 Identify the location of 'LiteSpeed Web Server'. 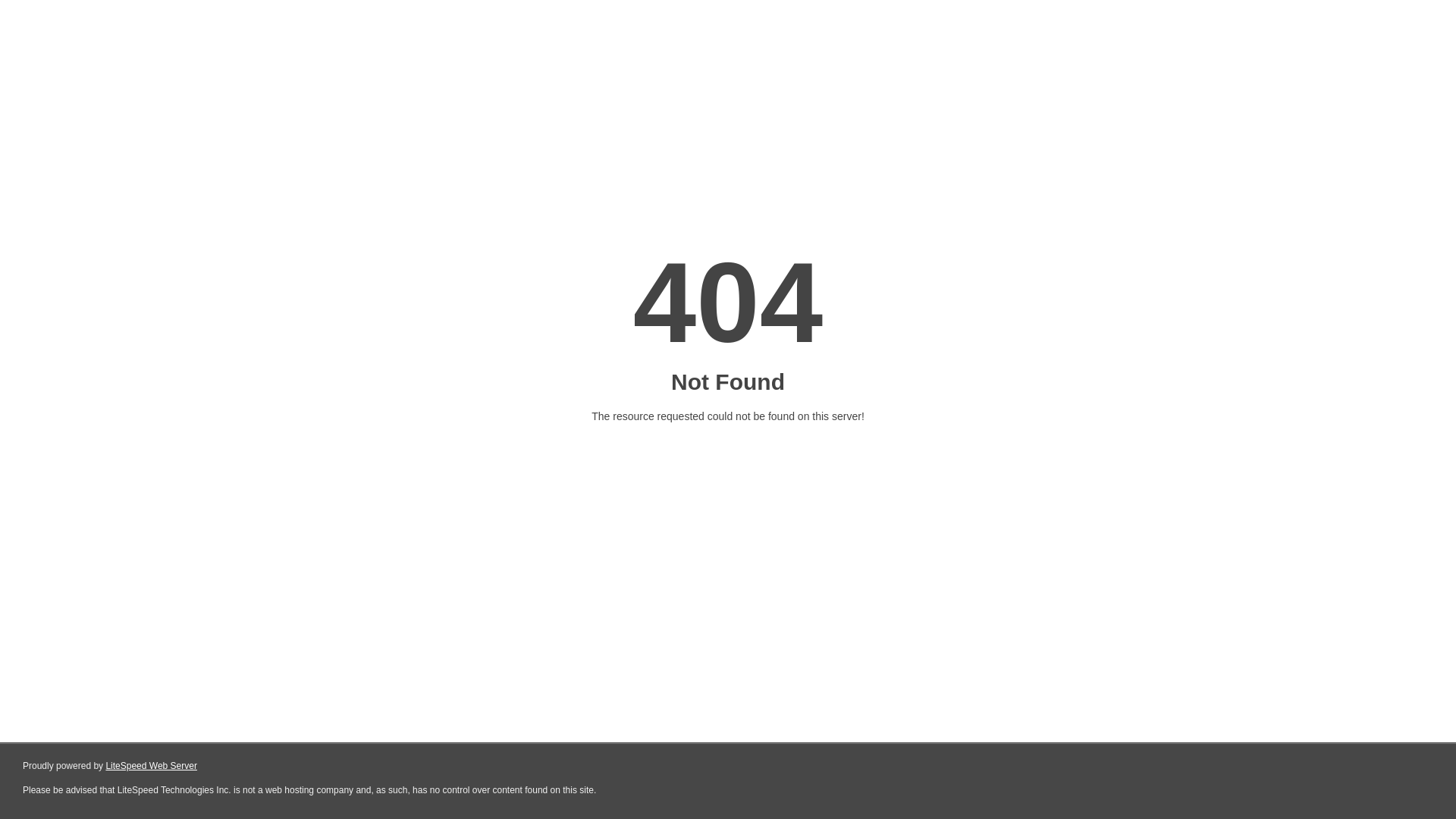
(151, 766).